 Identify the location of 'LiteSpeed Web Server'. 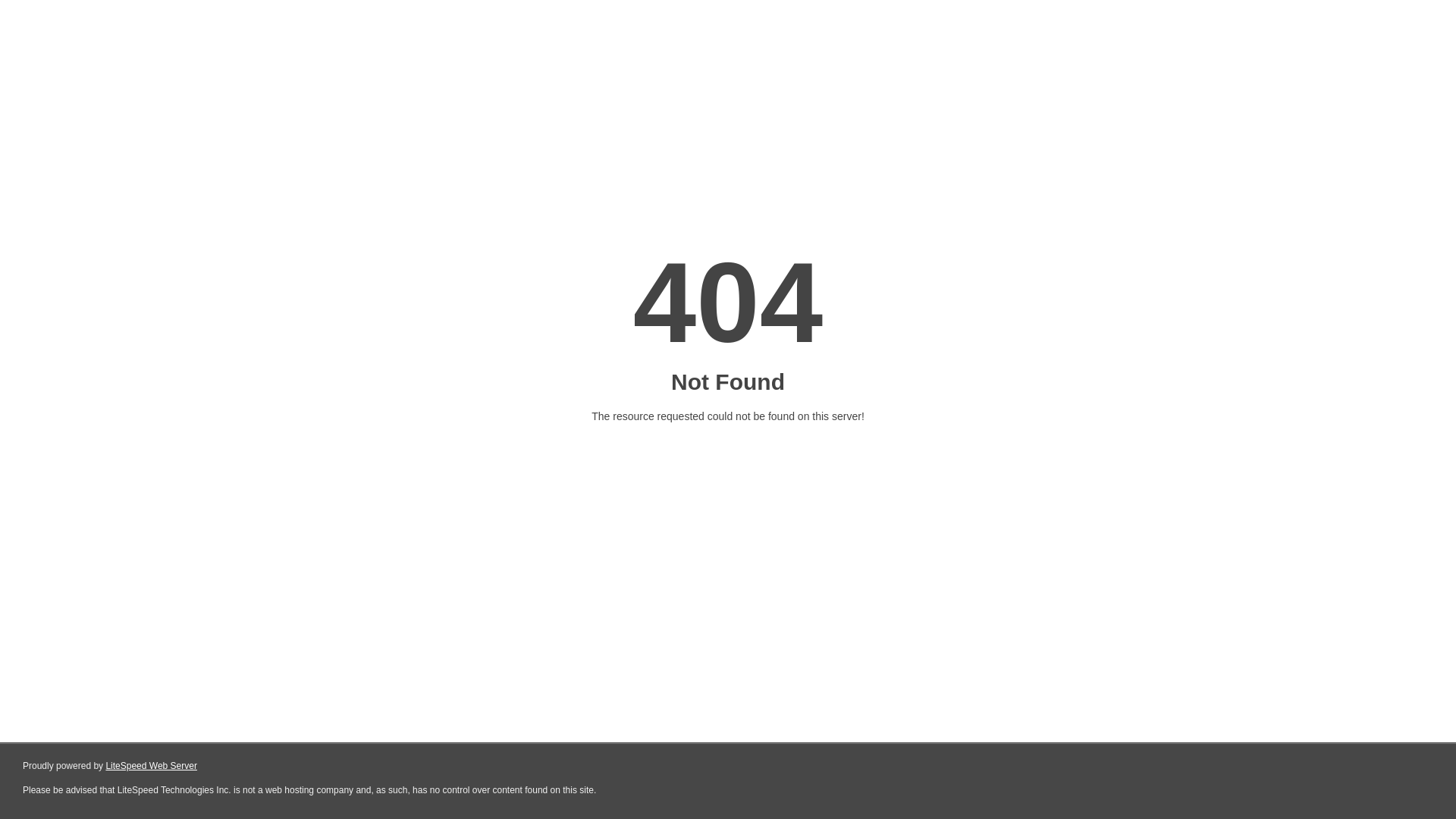
(151, 766).